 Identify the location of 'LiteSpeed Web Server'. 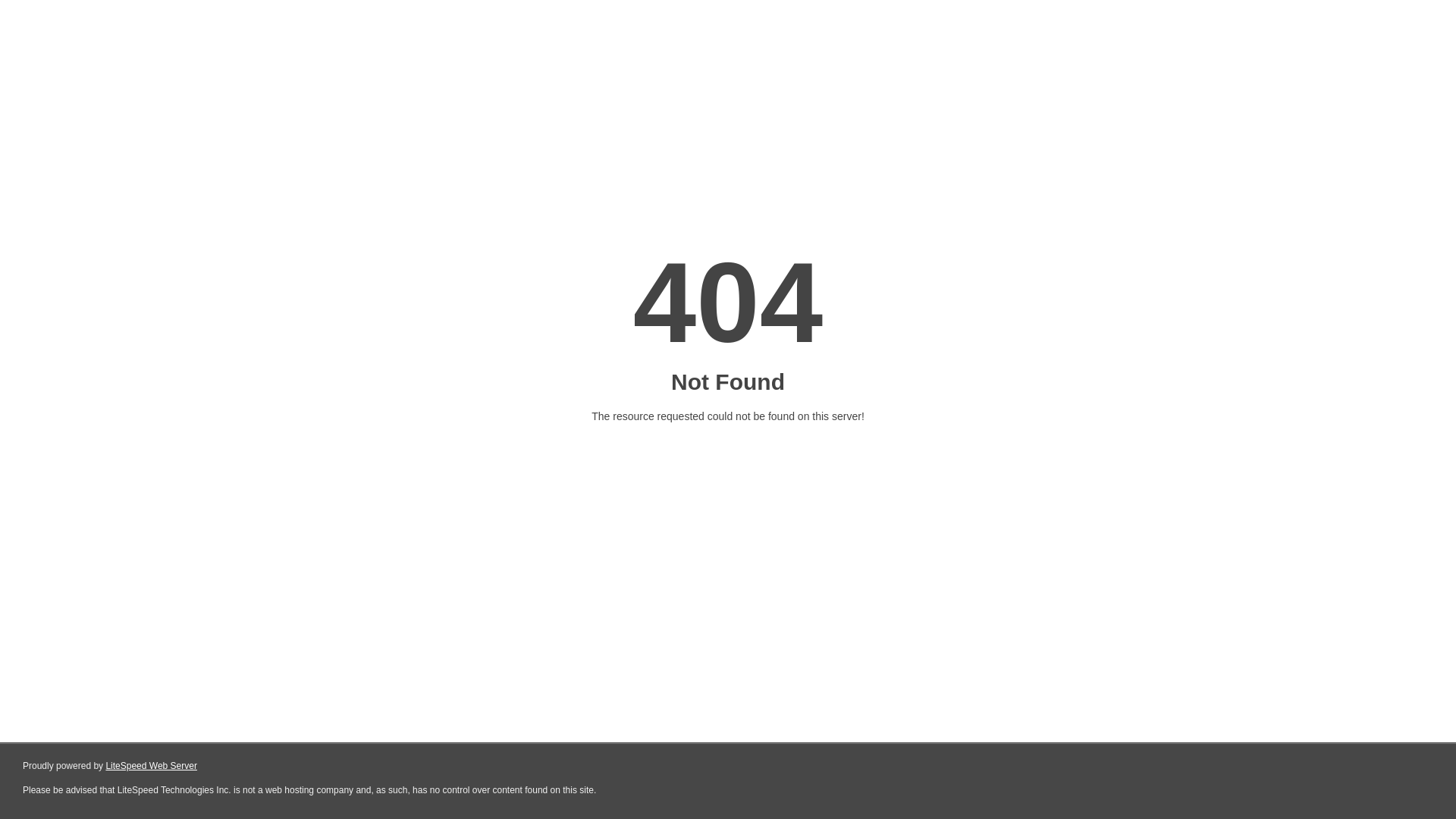
(151, 766).